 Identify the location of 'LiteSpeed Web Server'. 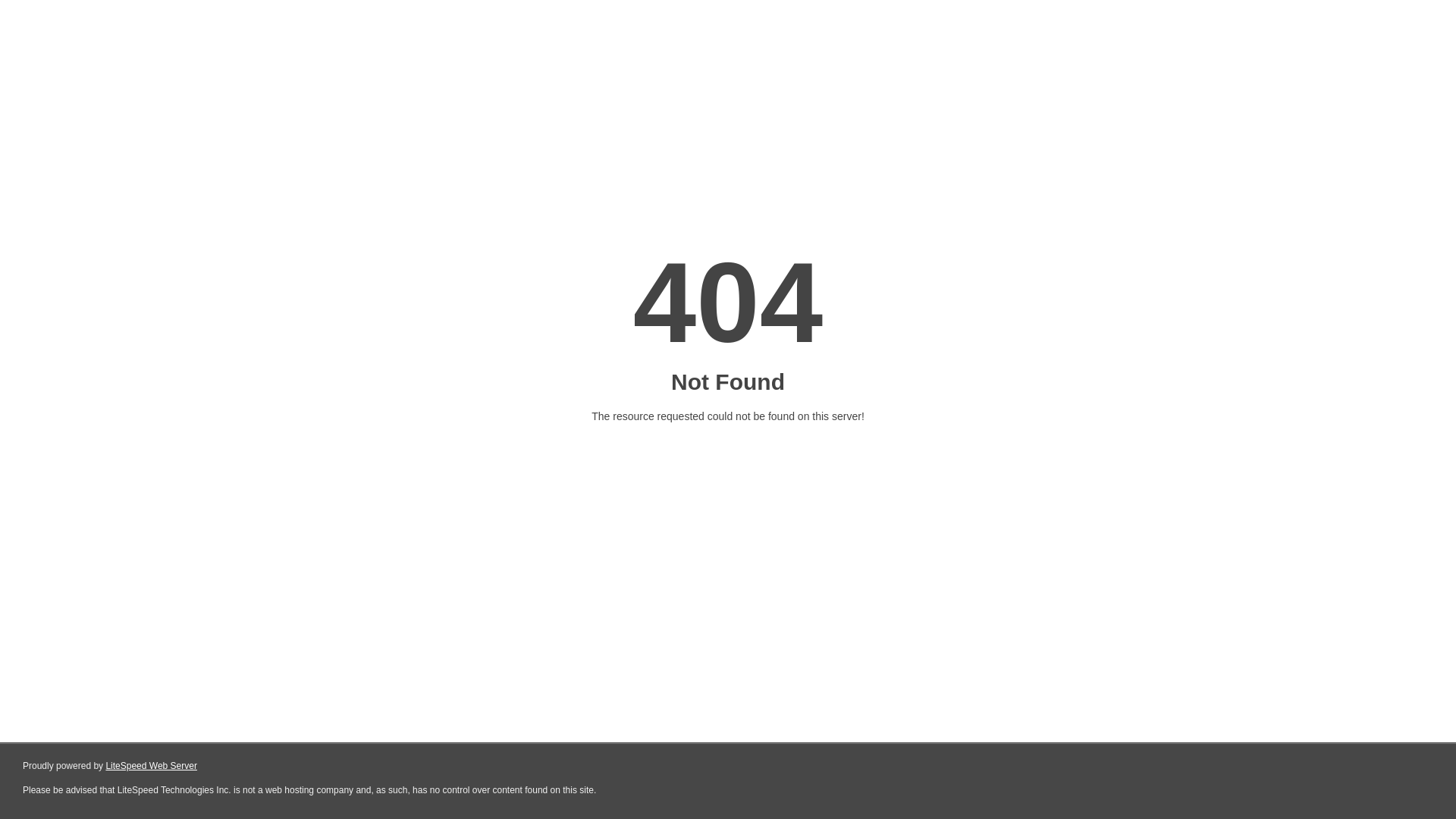
(151, 766).